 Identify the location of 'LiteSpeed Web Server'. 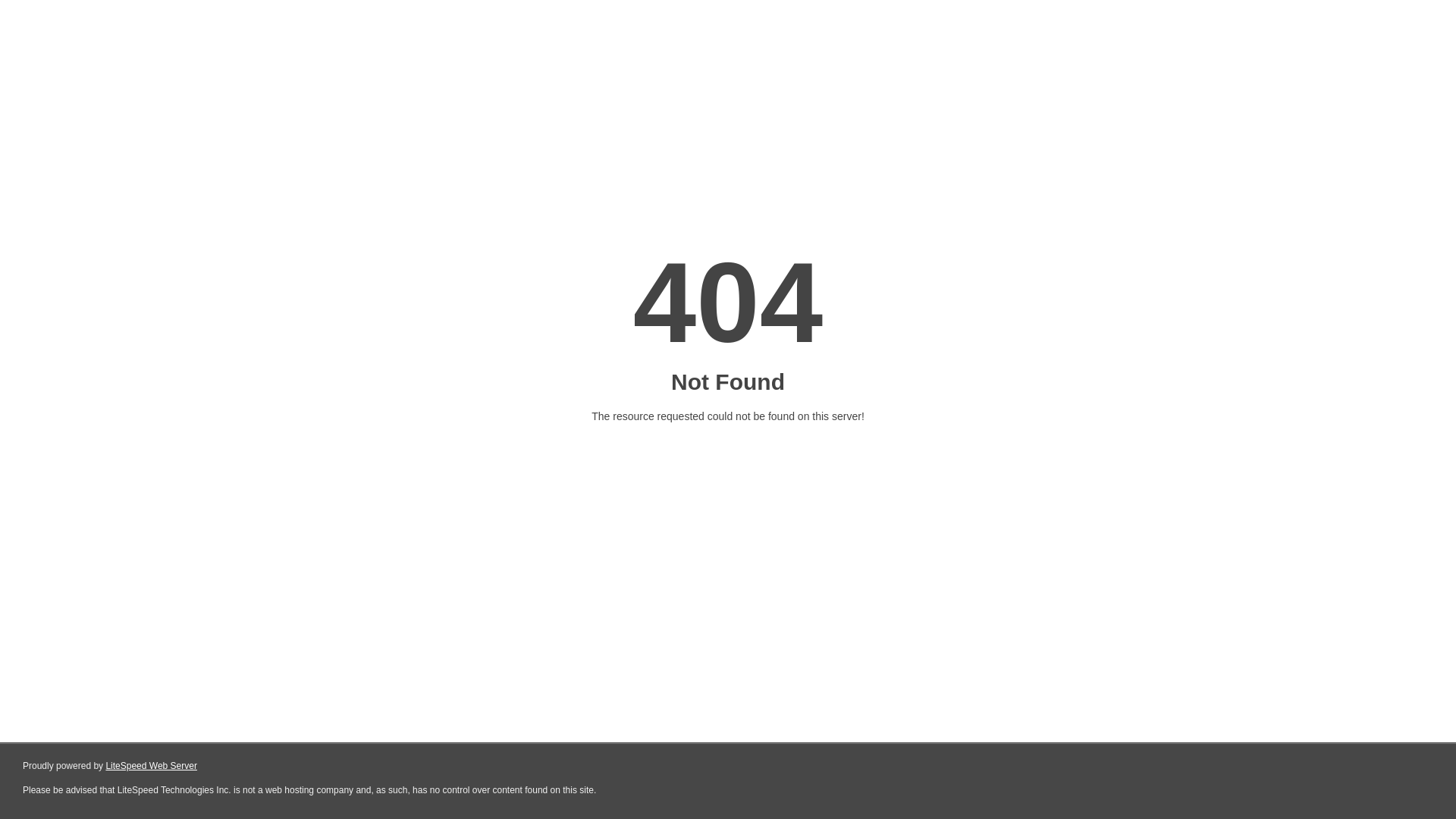
(151, 766).